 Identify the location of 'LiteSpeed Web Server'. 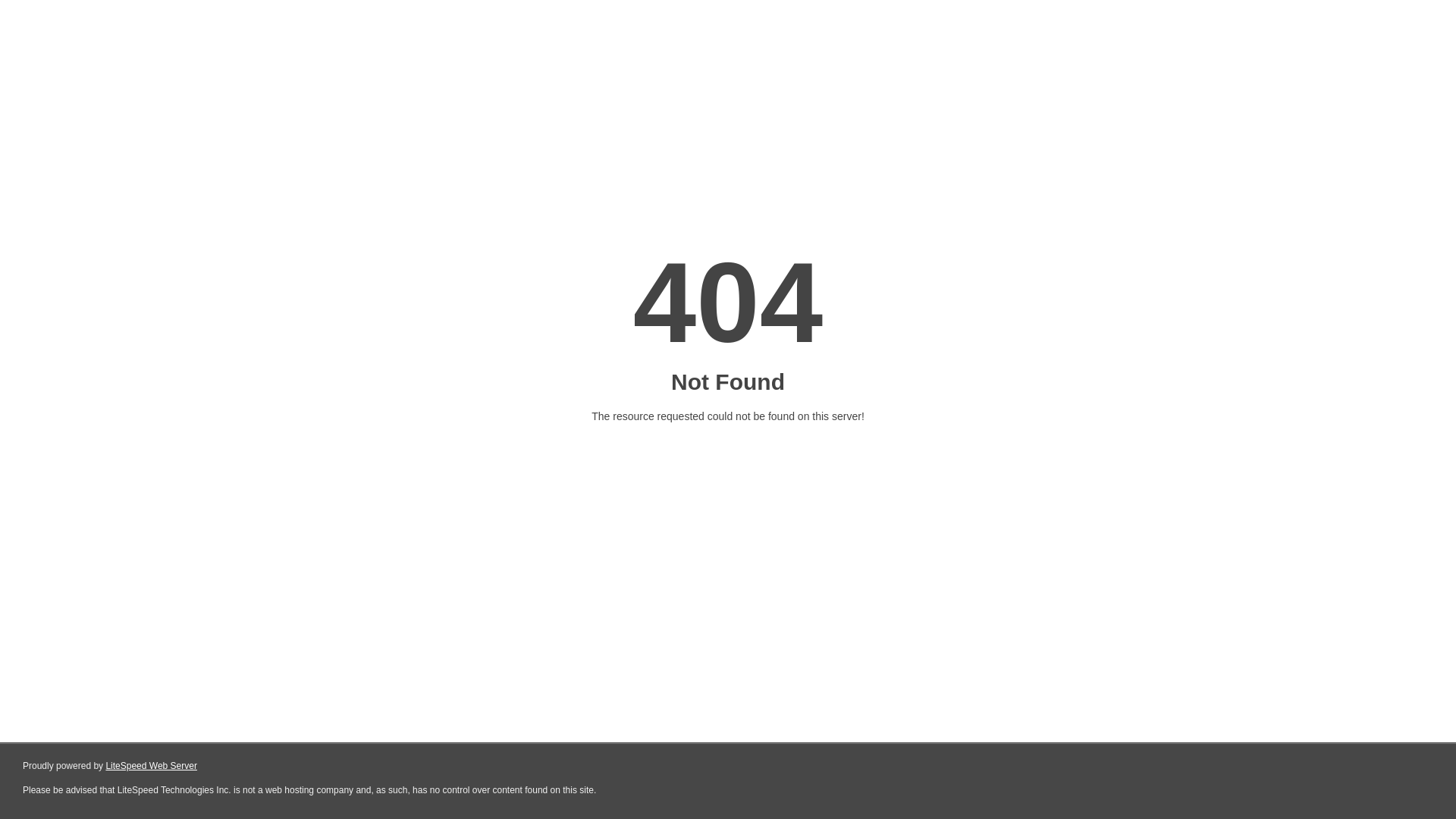
(151, 766).